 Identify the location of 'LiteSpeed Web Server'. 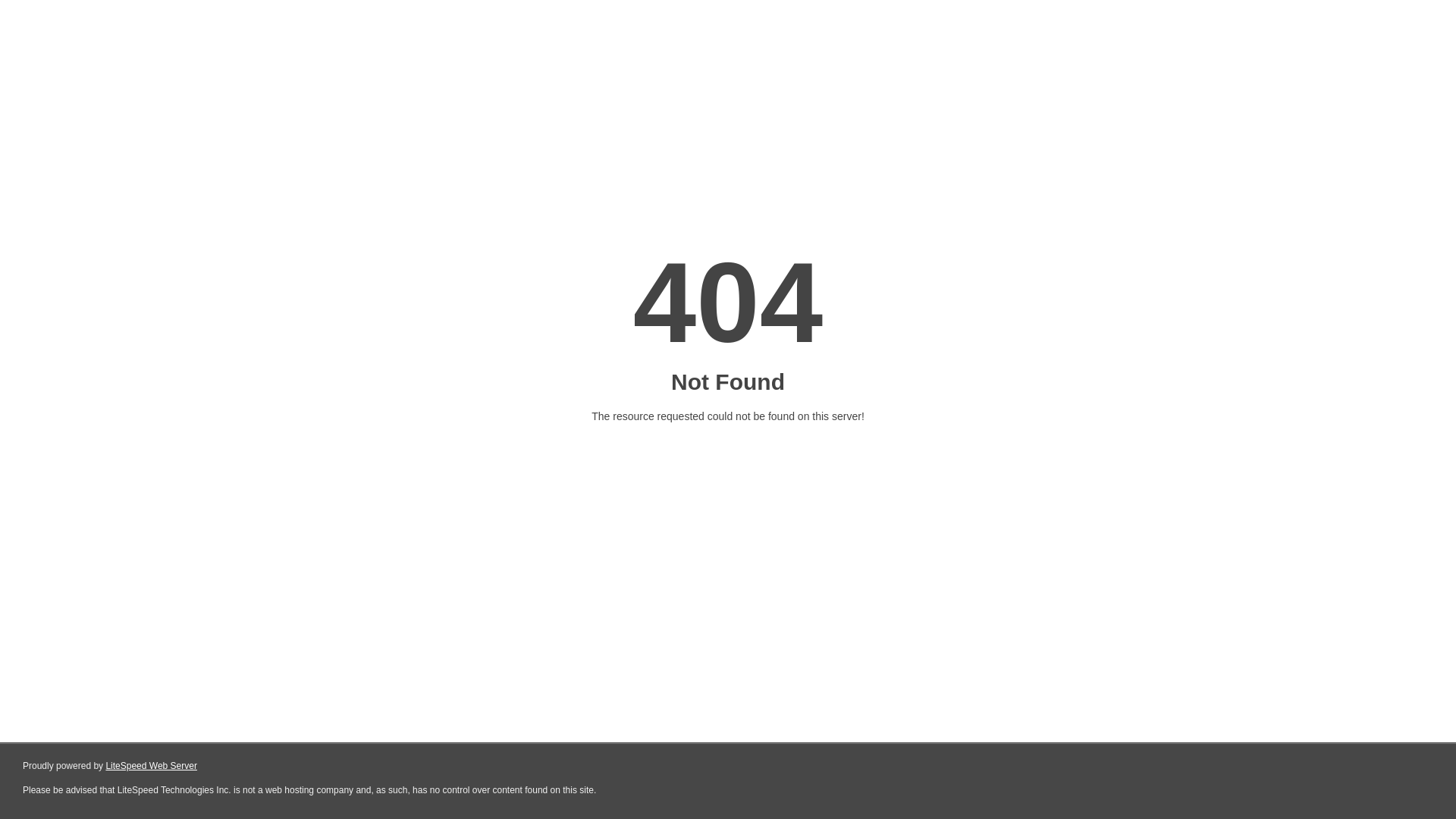
(151, 766).